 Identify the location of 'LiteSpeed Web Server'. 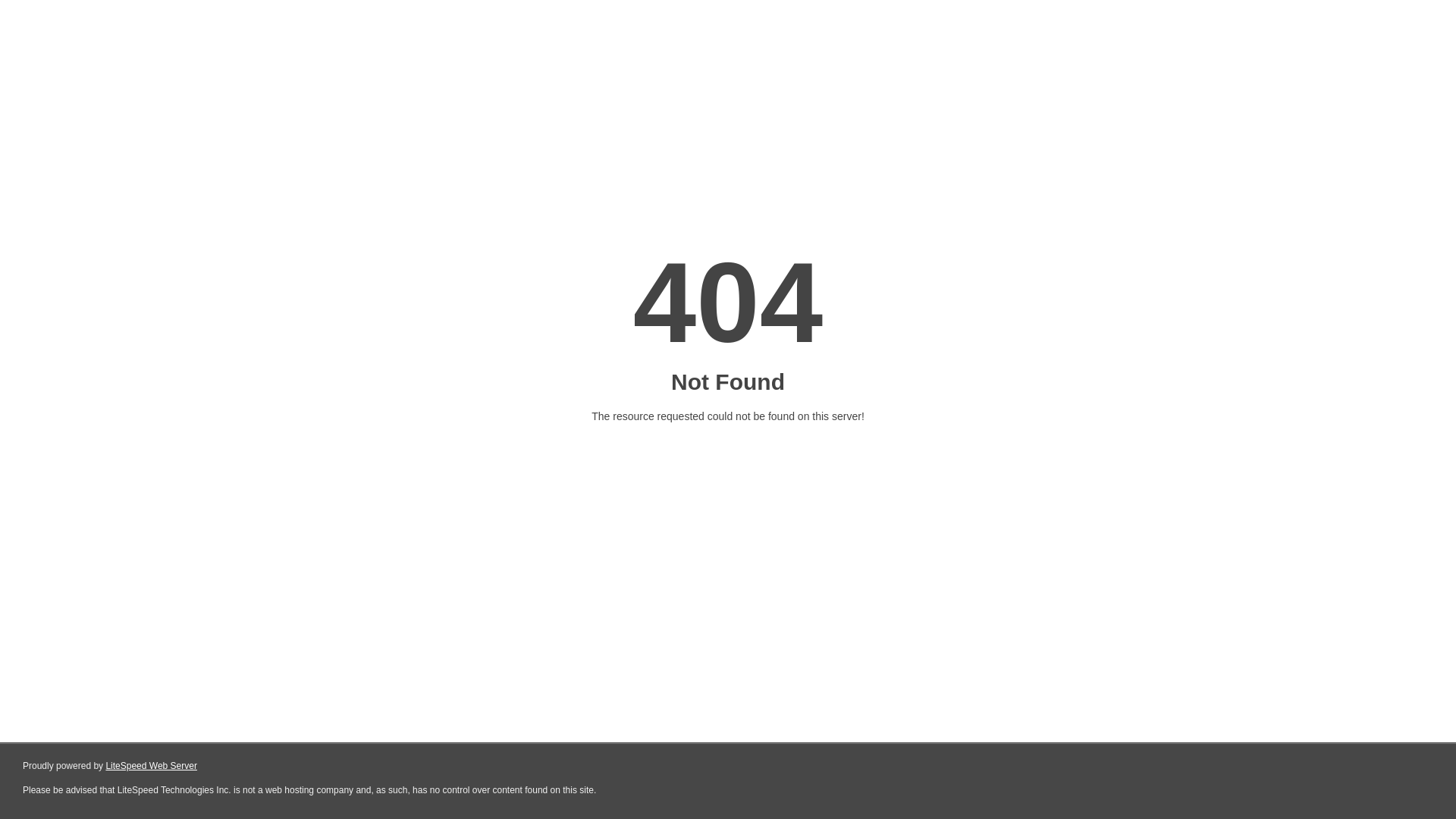
(151, 766).